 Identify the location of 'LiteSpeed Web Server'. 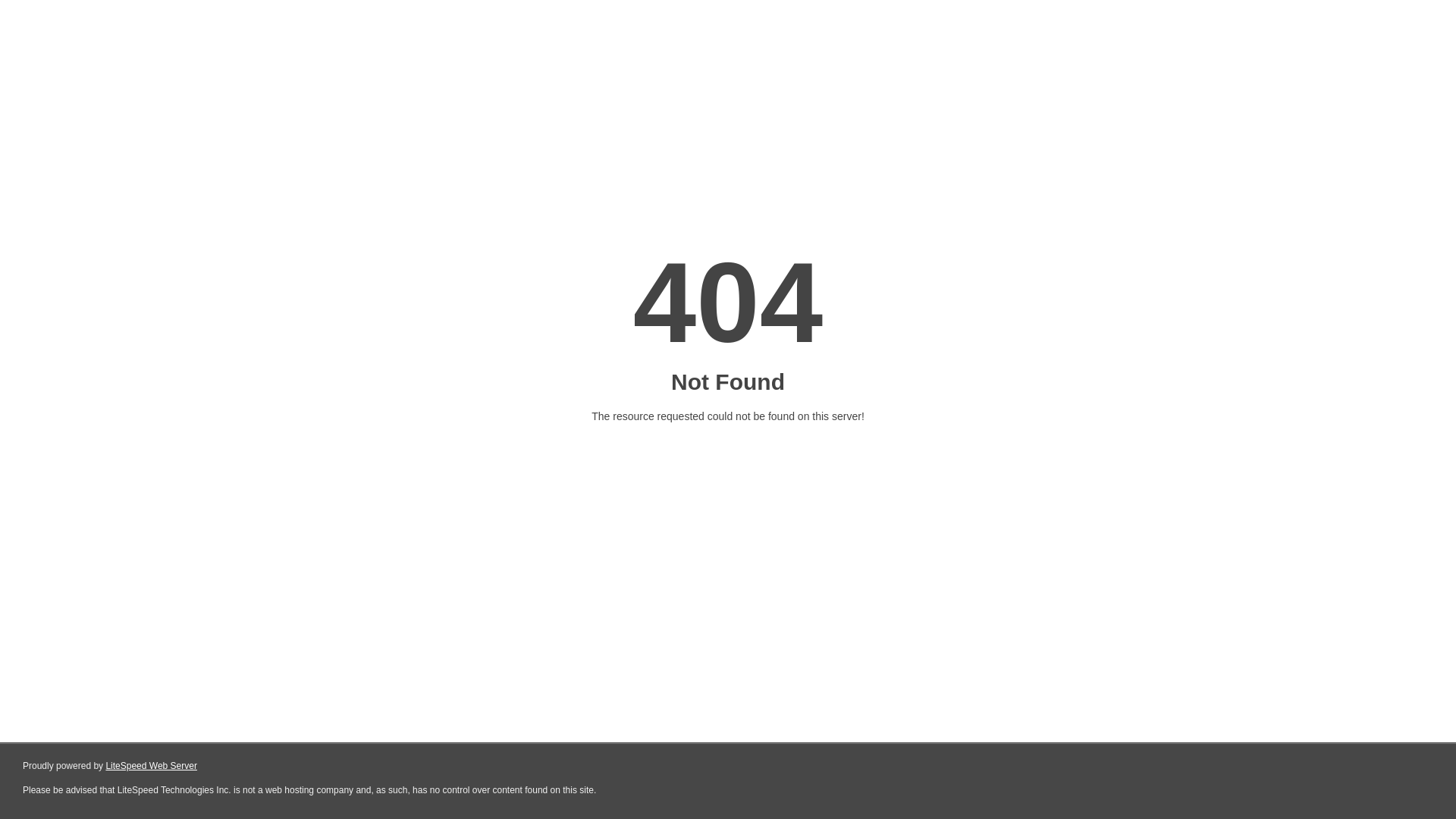
(151, 766).